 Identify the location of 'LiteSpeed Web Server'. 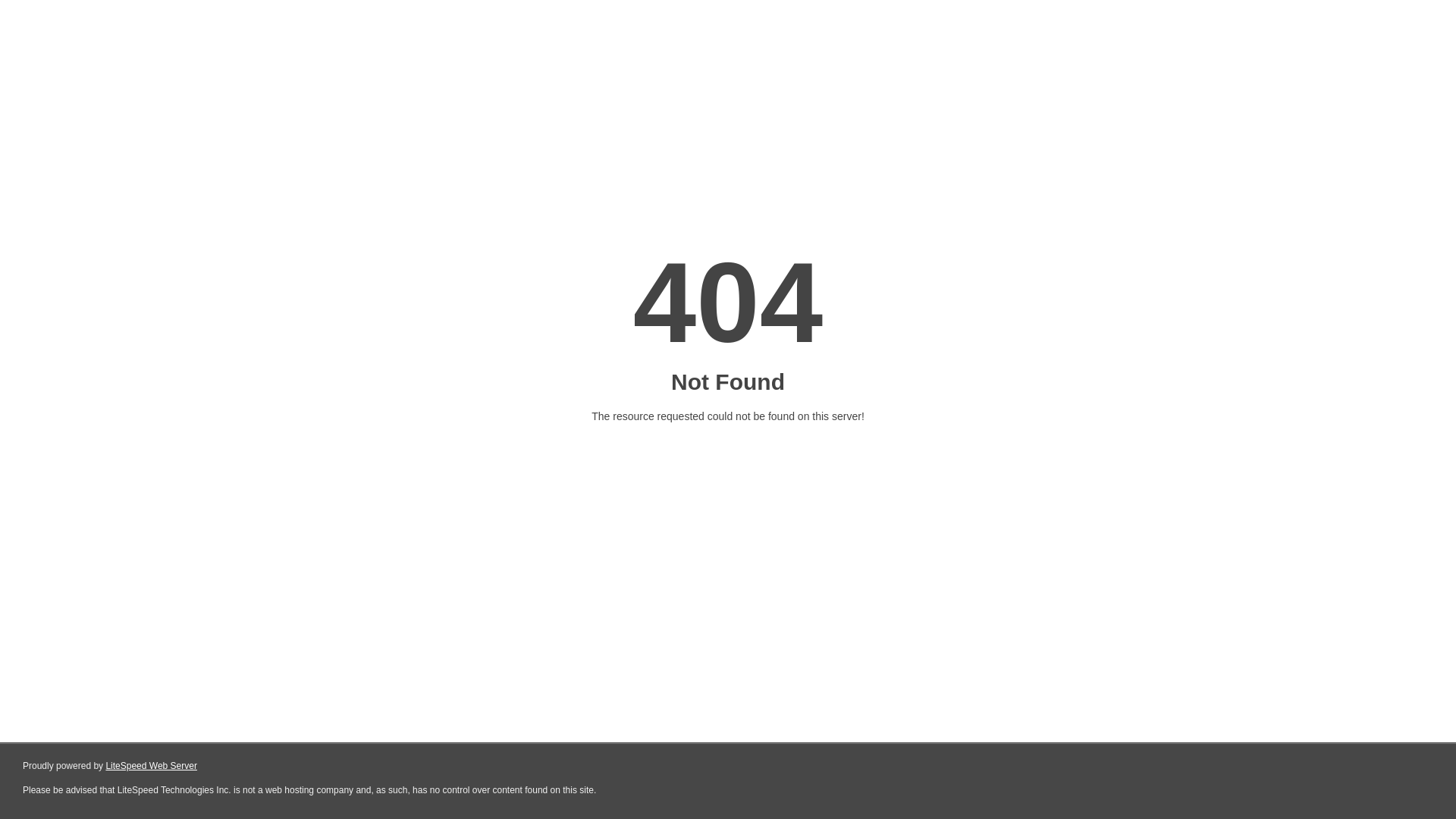
(151, 766).